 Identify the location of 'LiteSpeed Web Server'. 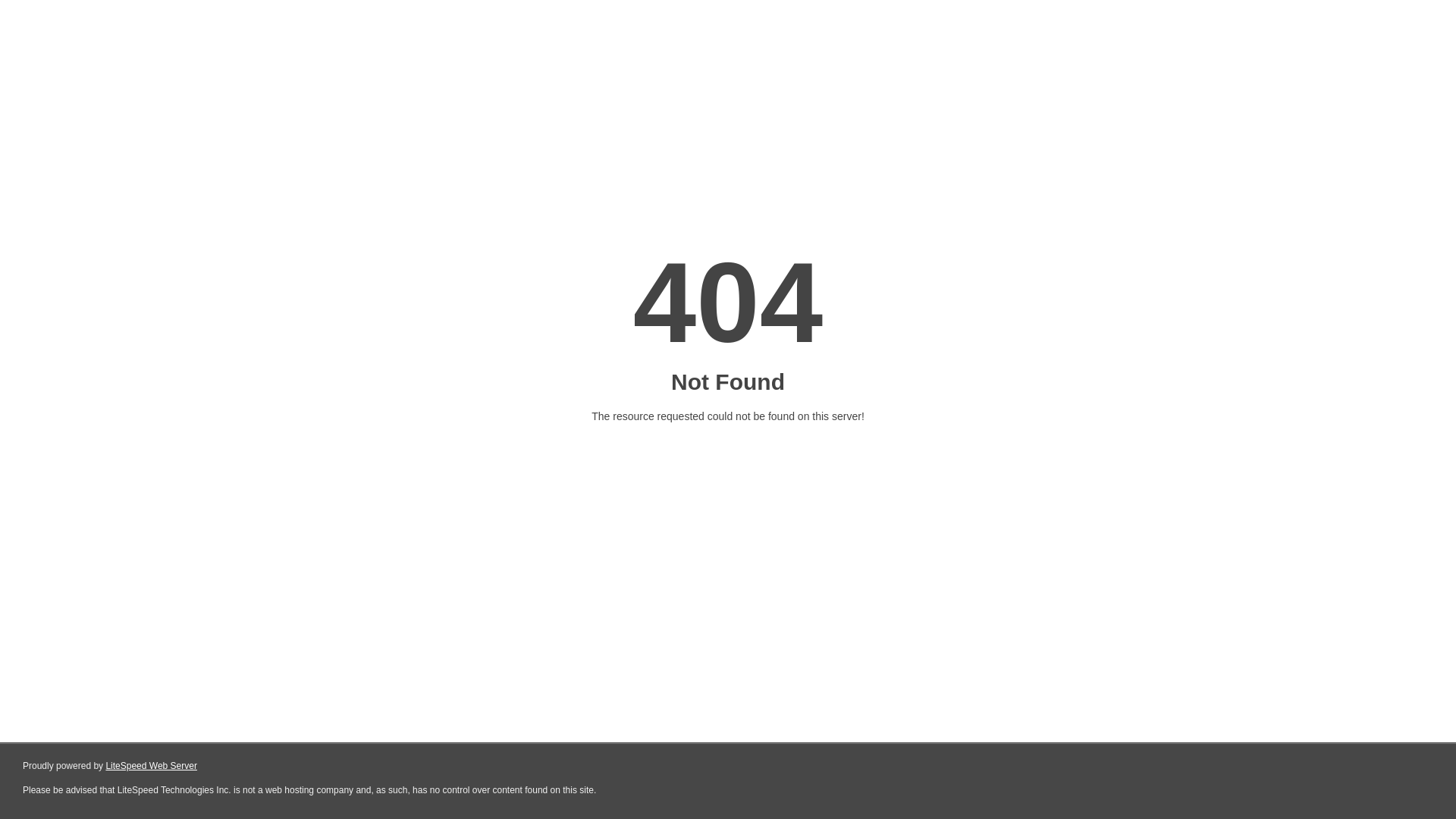
(151, 766).